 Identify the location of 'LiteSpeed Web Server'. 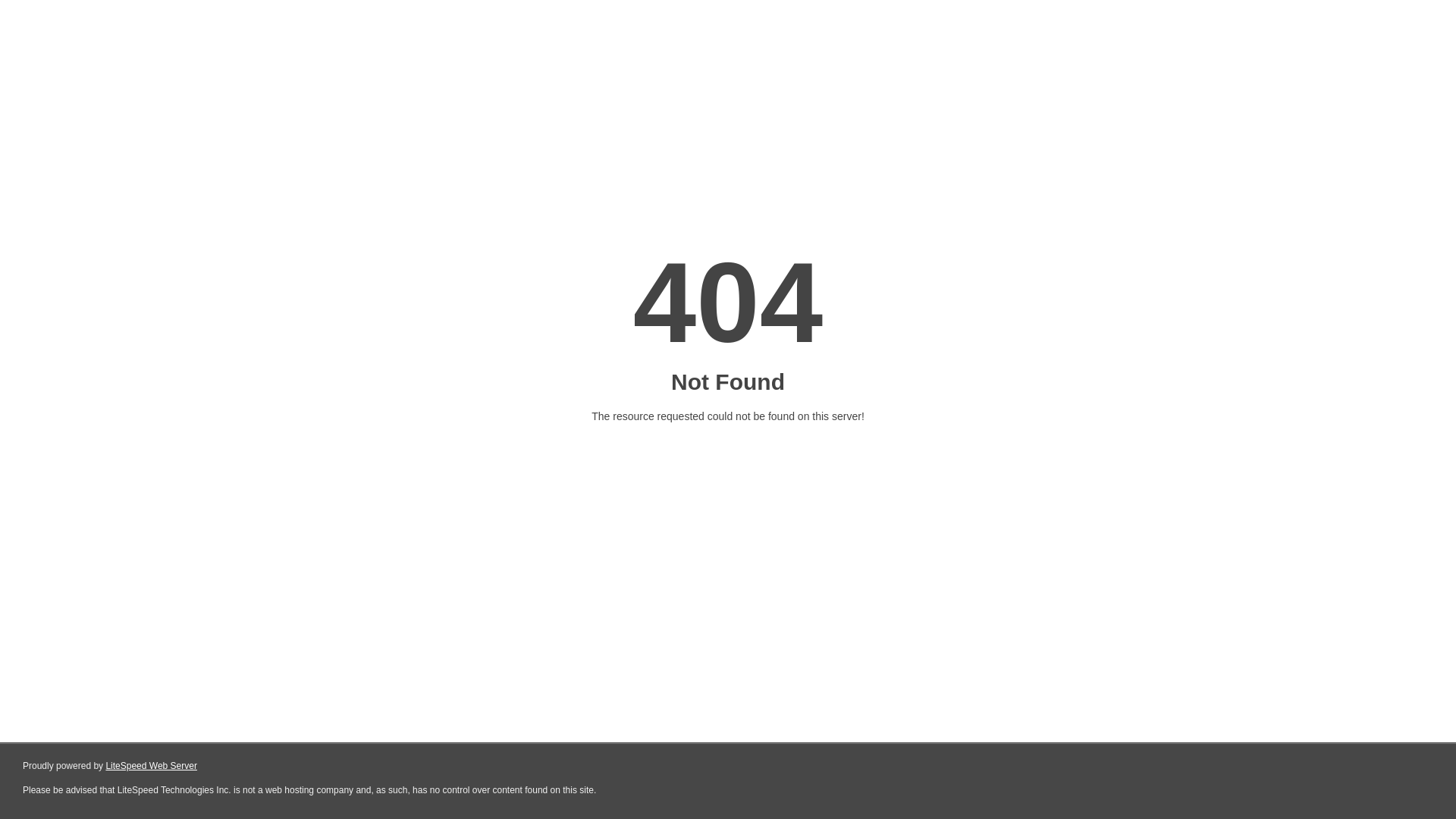
(151, 766).